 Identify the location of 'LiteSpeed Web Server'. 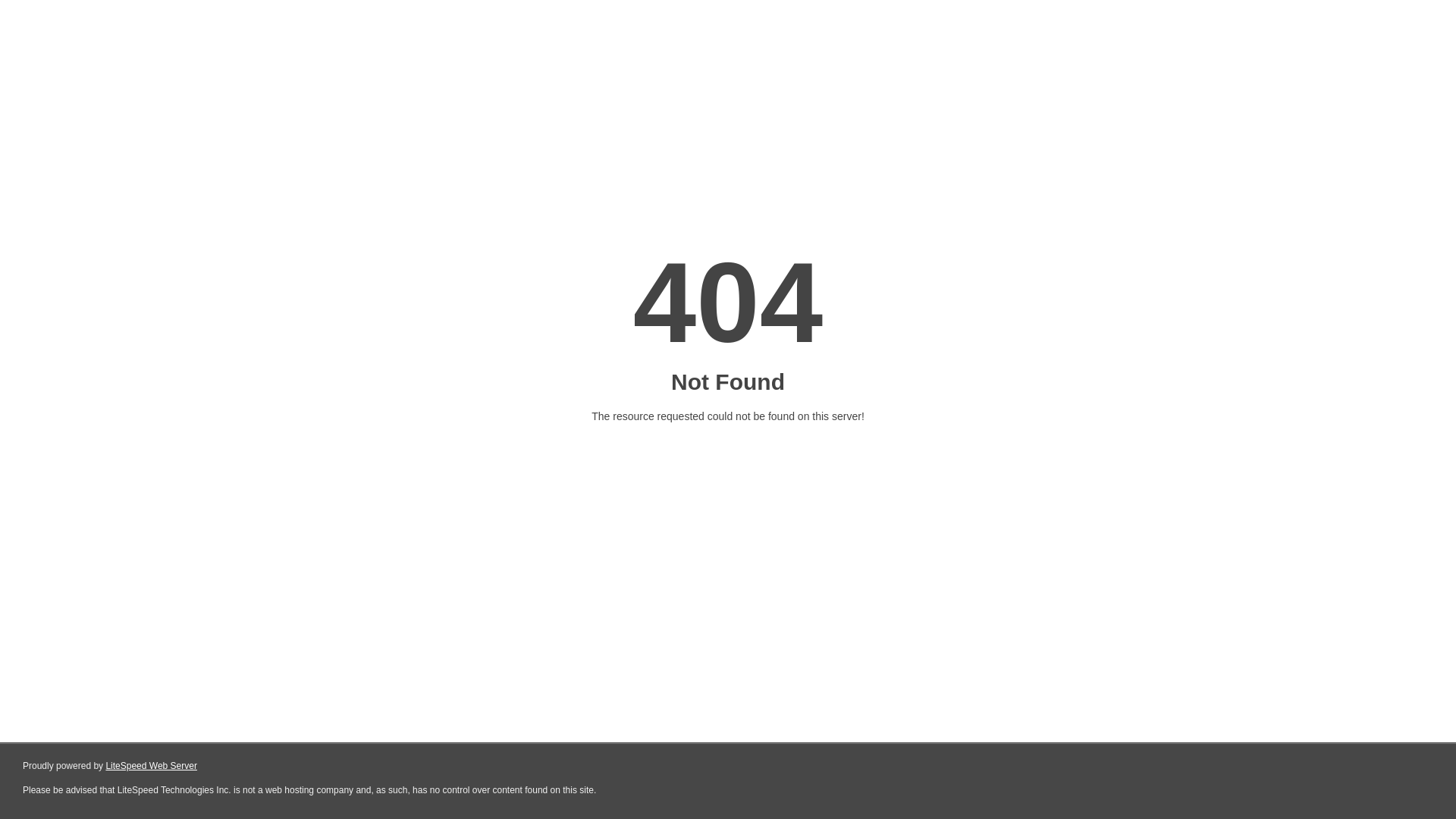
(151, 766).